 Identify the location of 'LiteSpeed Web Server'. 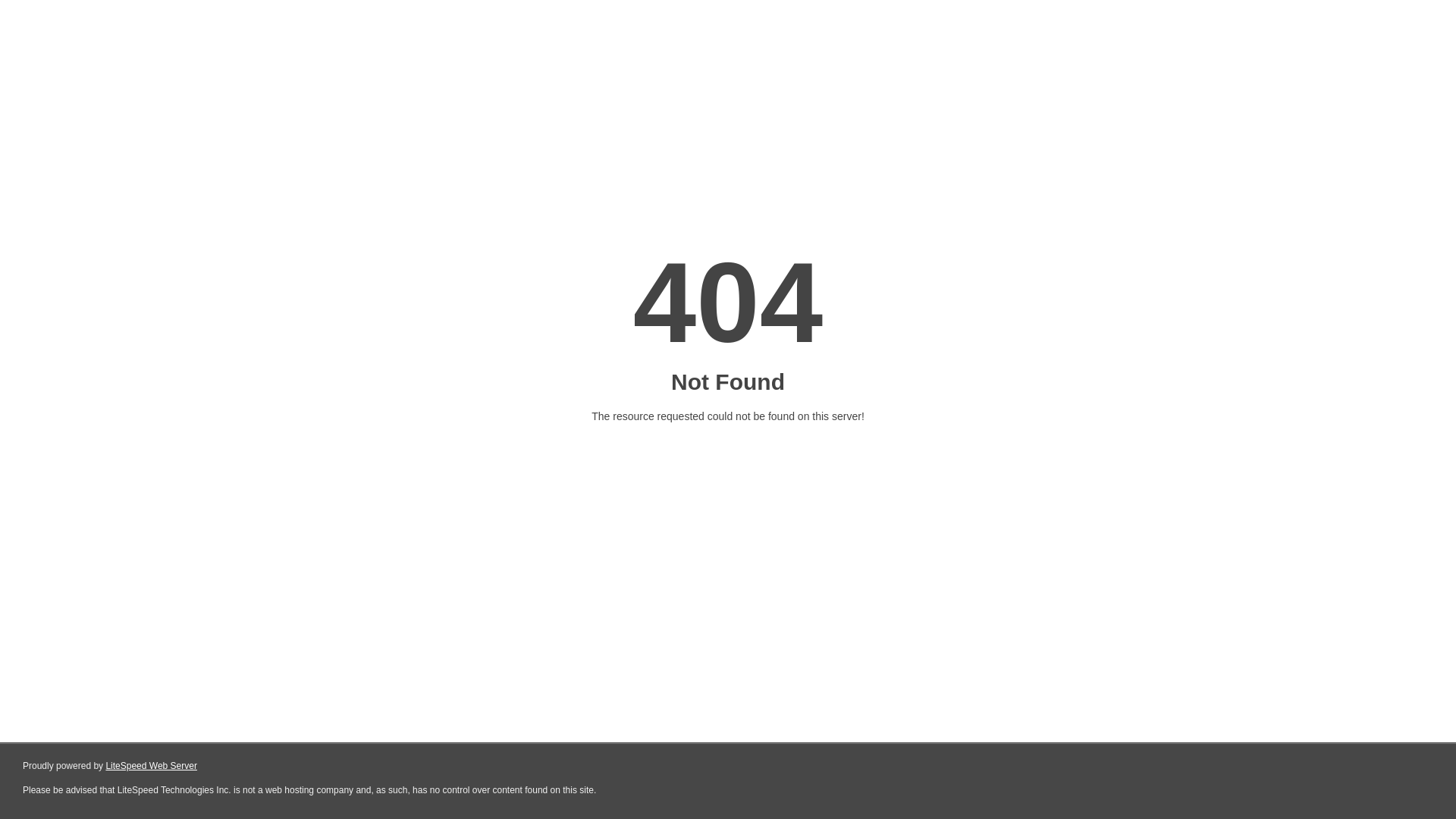
(151, 766).